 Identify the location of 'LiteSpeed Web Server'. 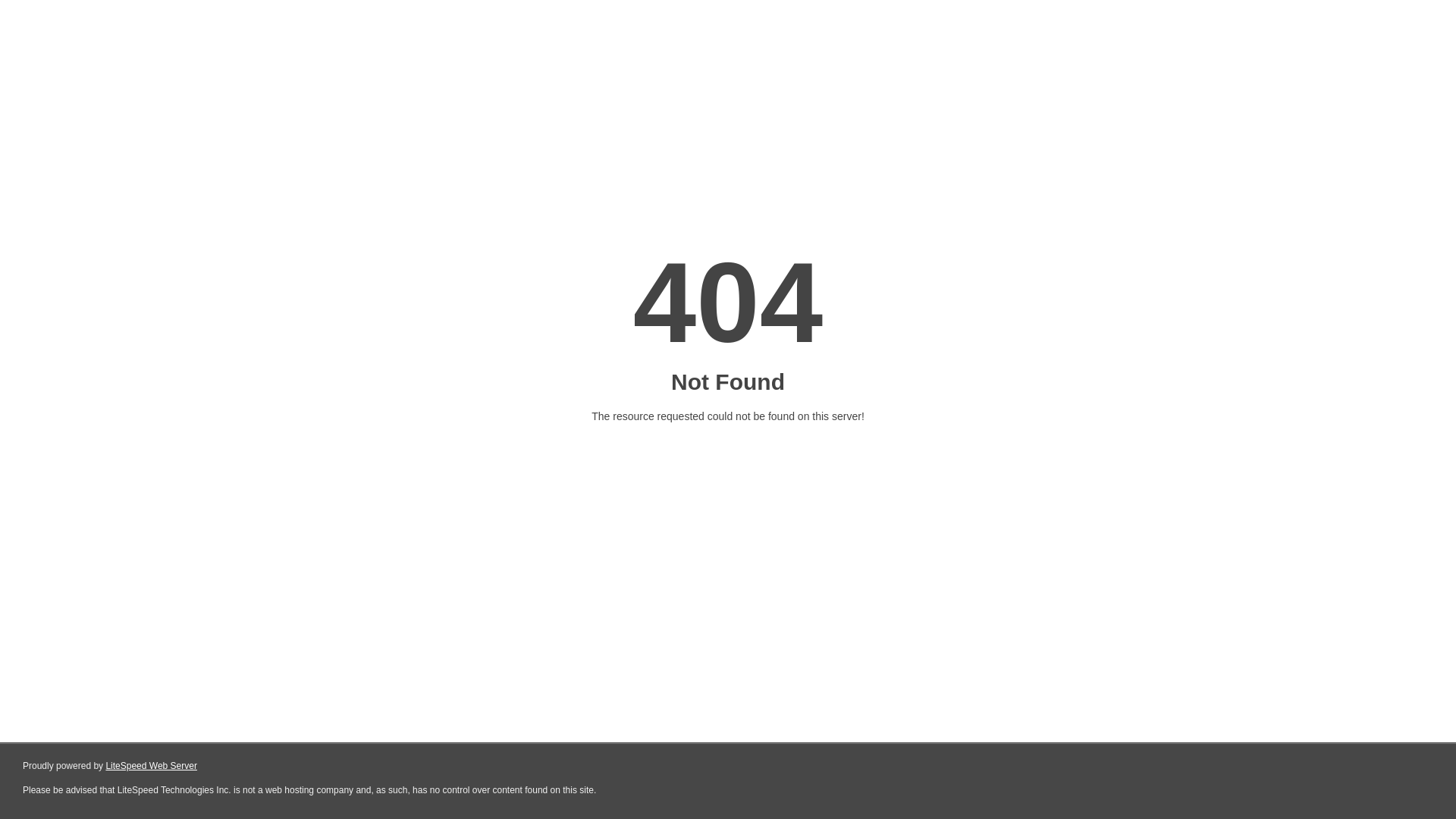
(151, 766).